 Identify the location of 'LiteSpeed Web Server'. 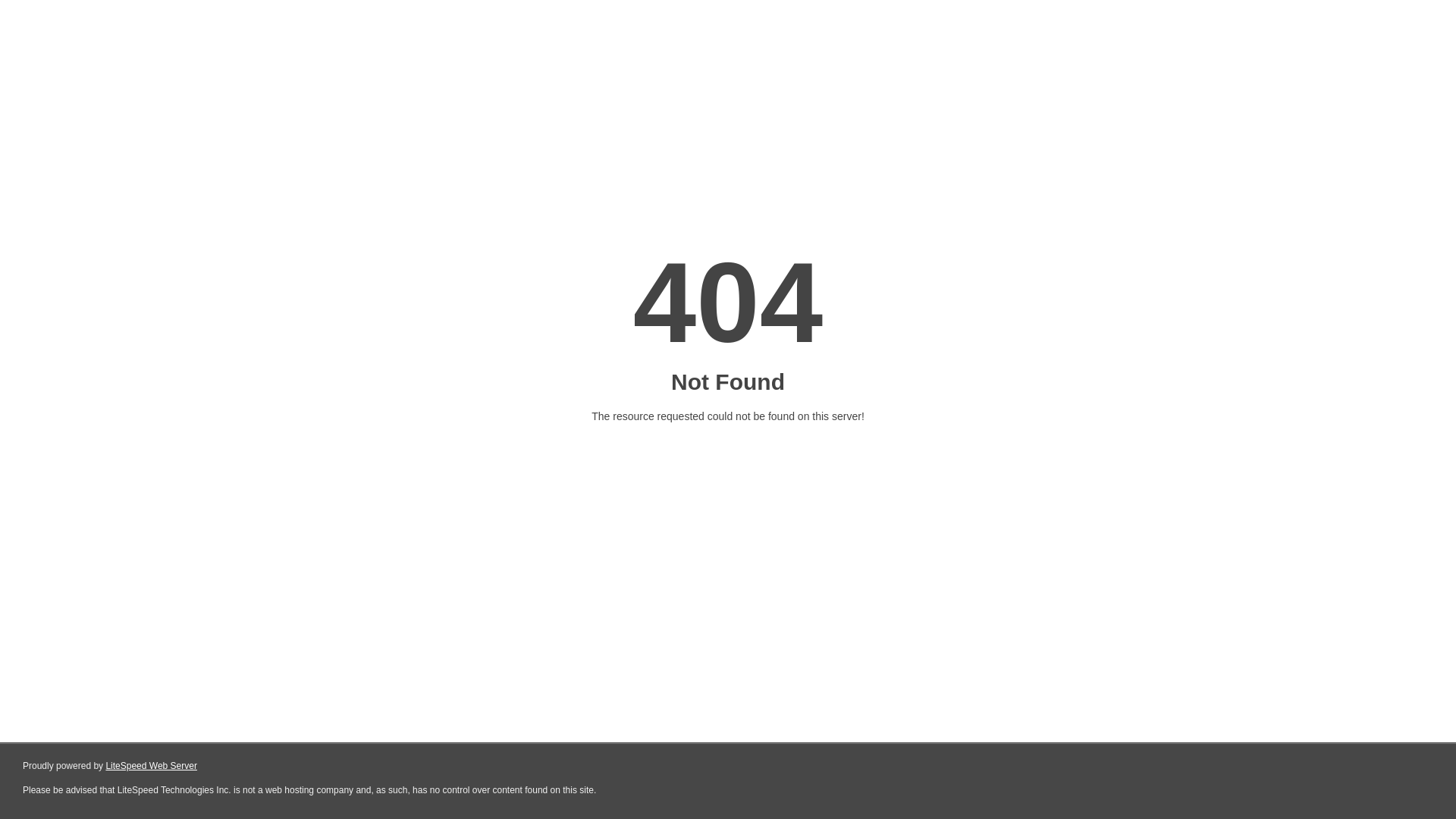
(151, 766).